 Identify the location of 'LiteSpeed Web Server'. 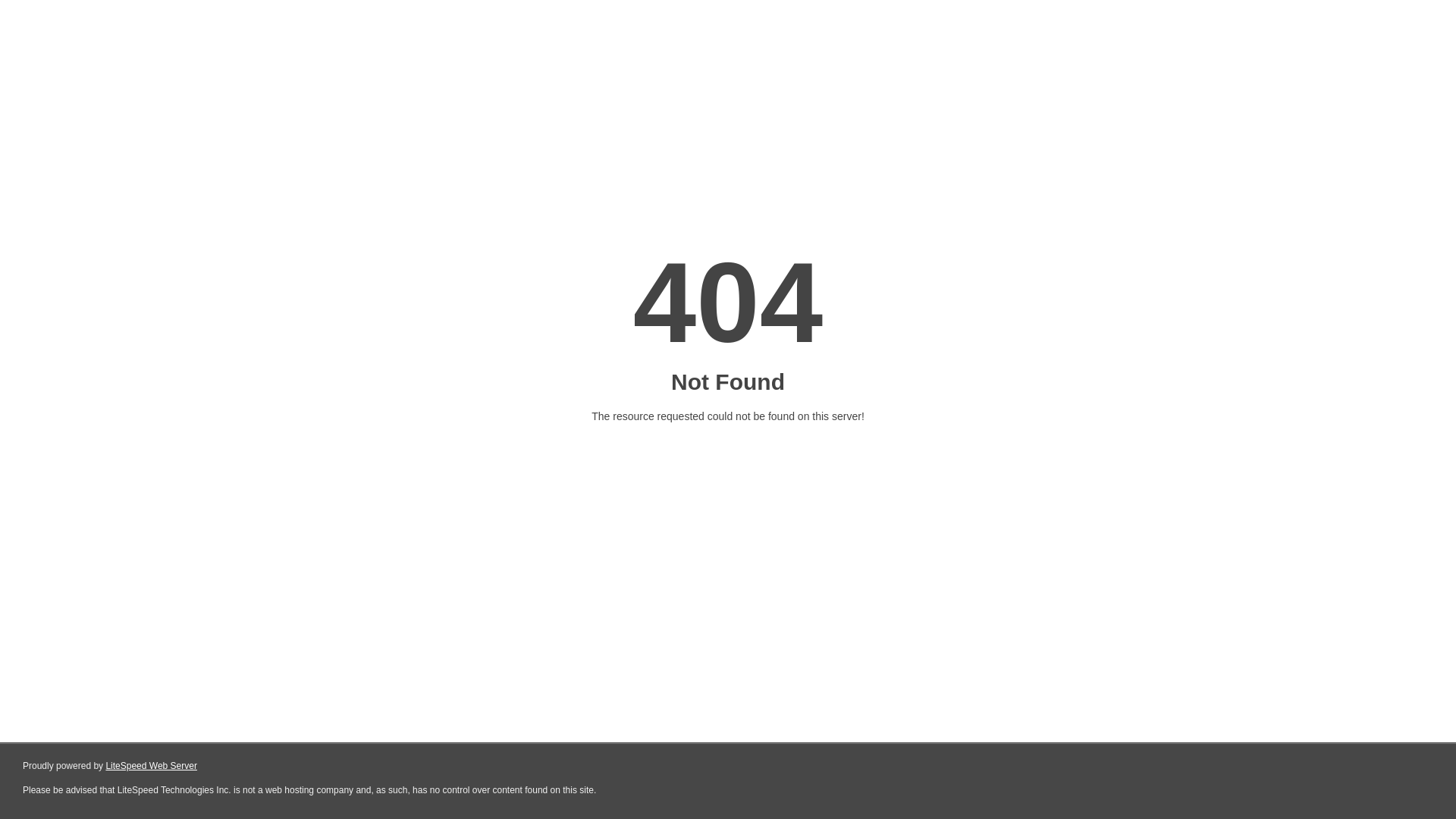
(151, 766).